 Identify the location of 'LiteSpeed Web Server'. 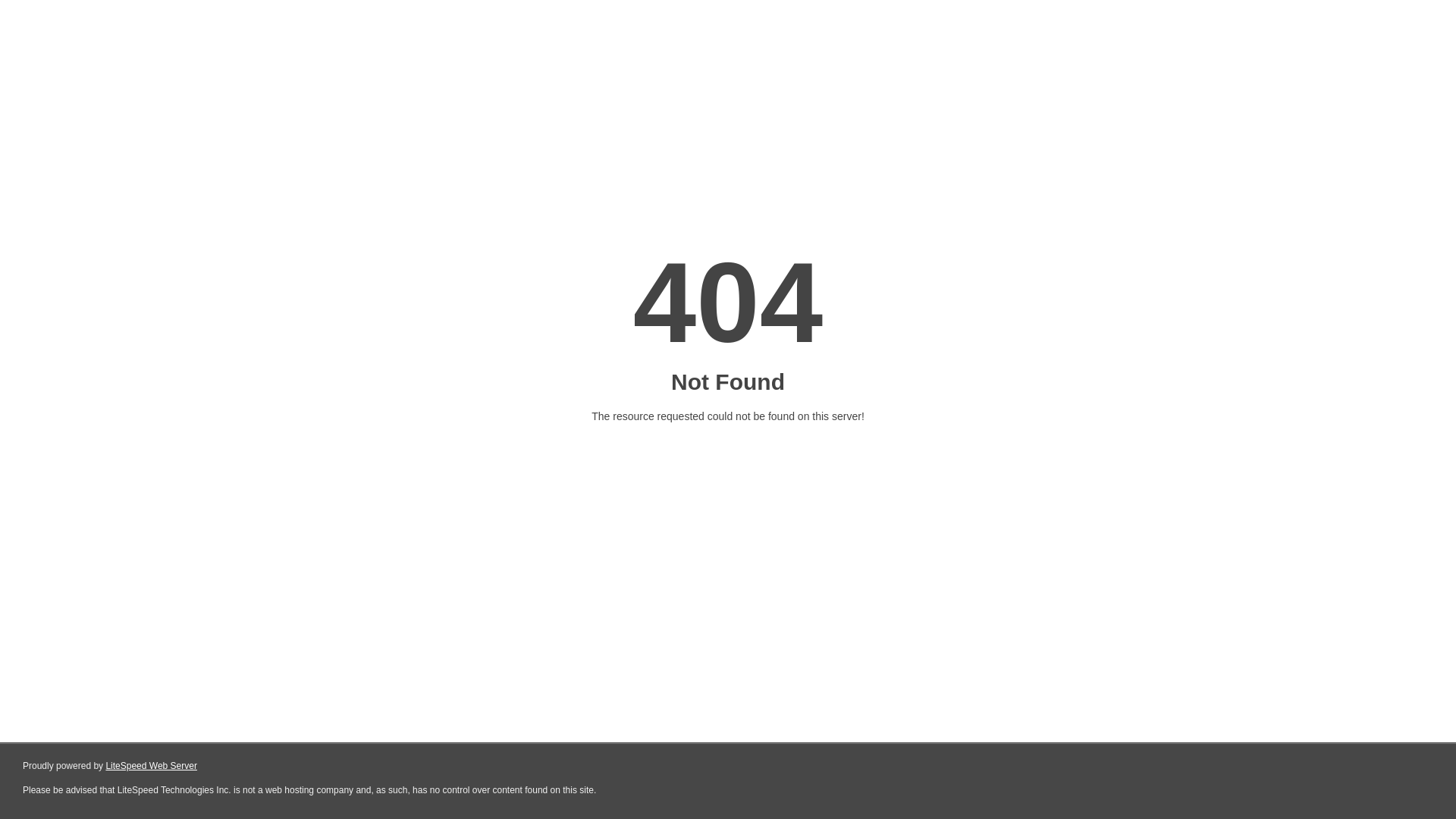
(151, 766).